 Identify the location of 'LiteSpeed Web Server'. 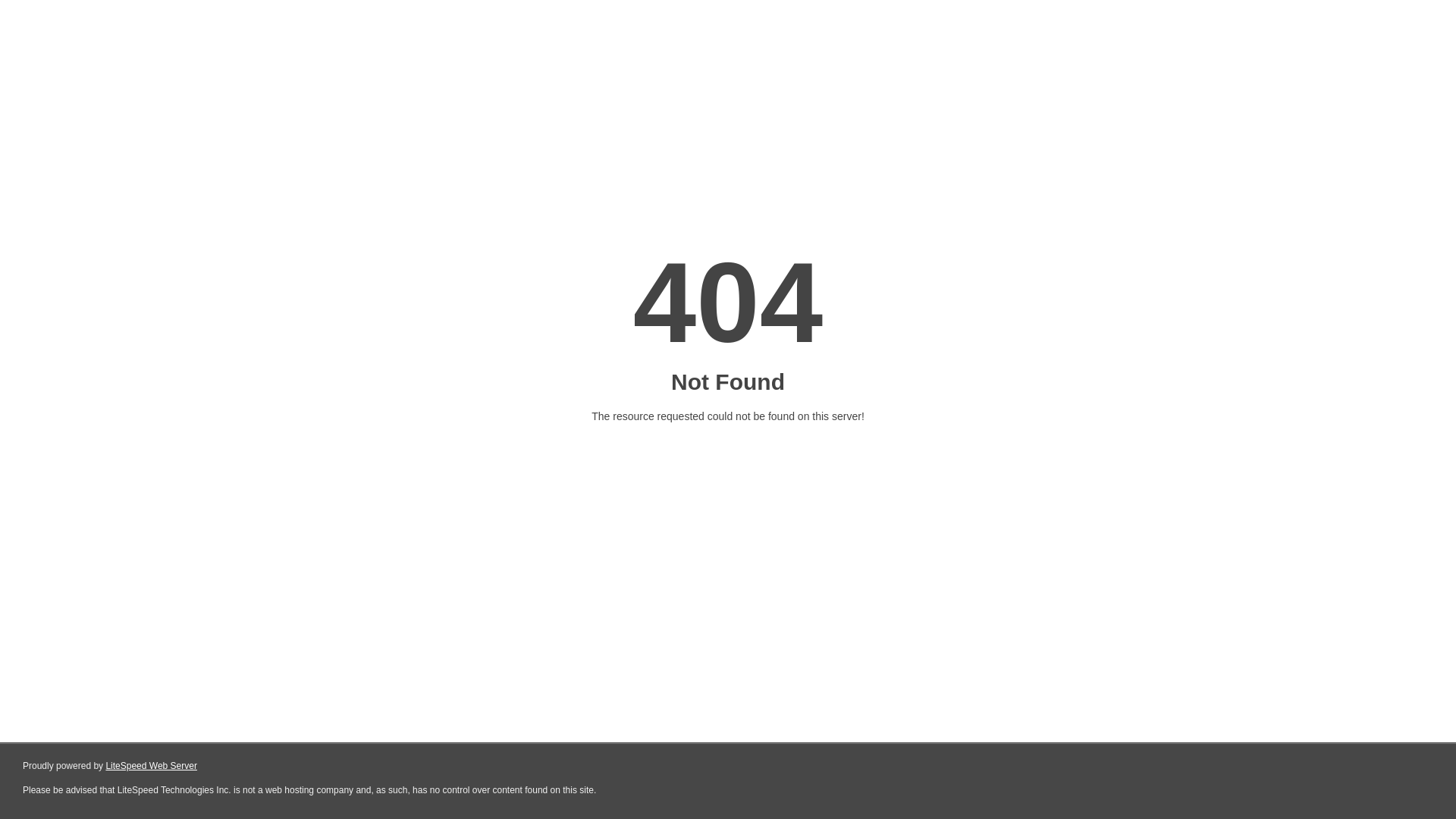
(151, 766).